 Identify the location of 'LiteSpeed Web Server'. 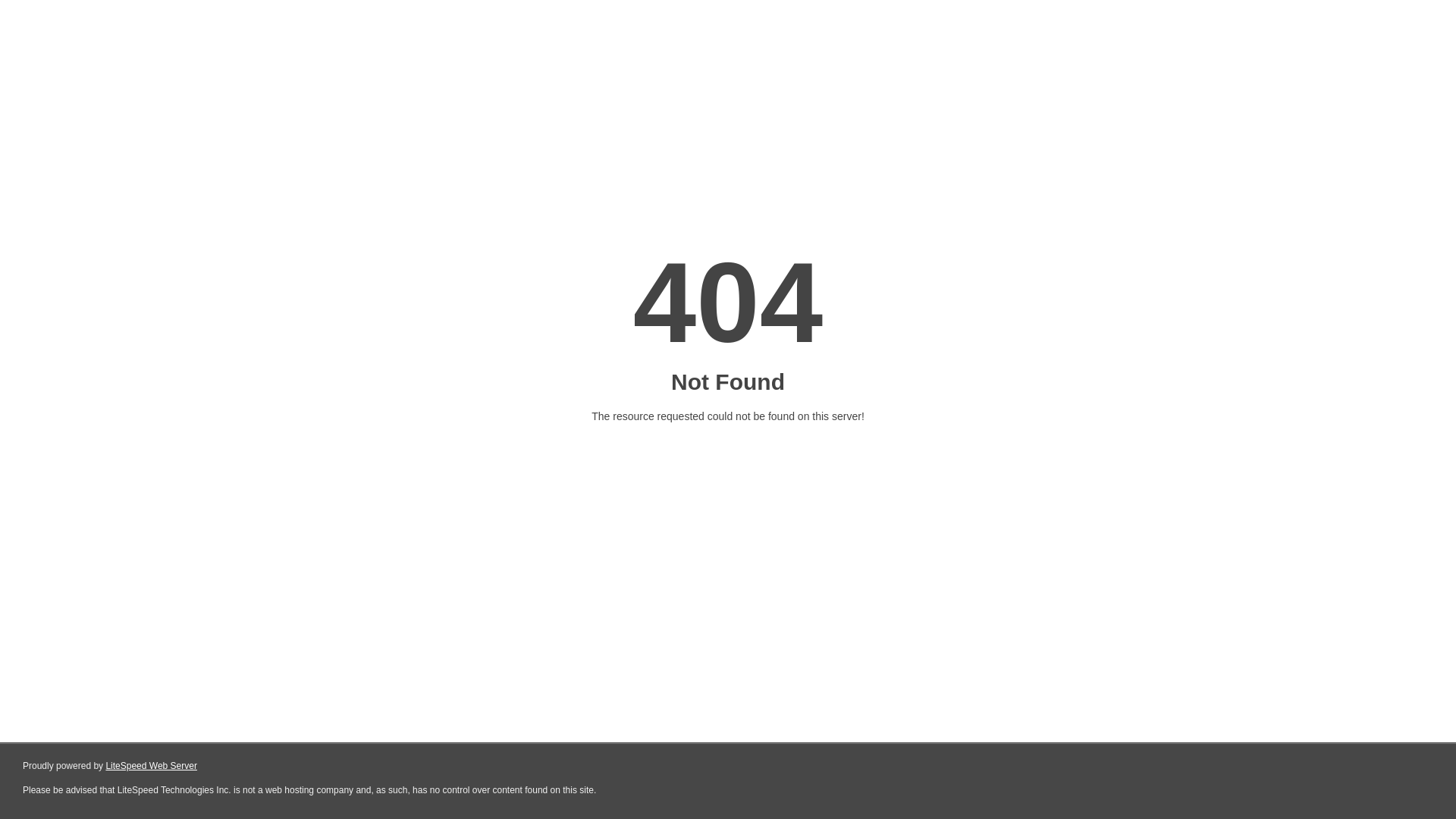
(151, 766).